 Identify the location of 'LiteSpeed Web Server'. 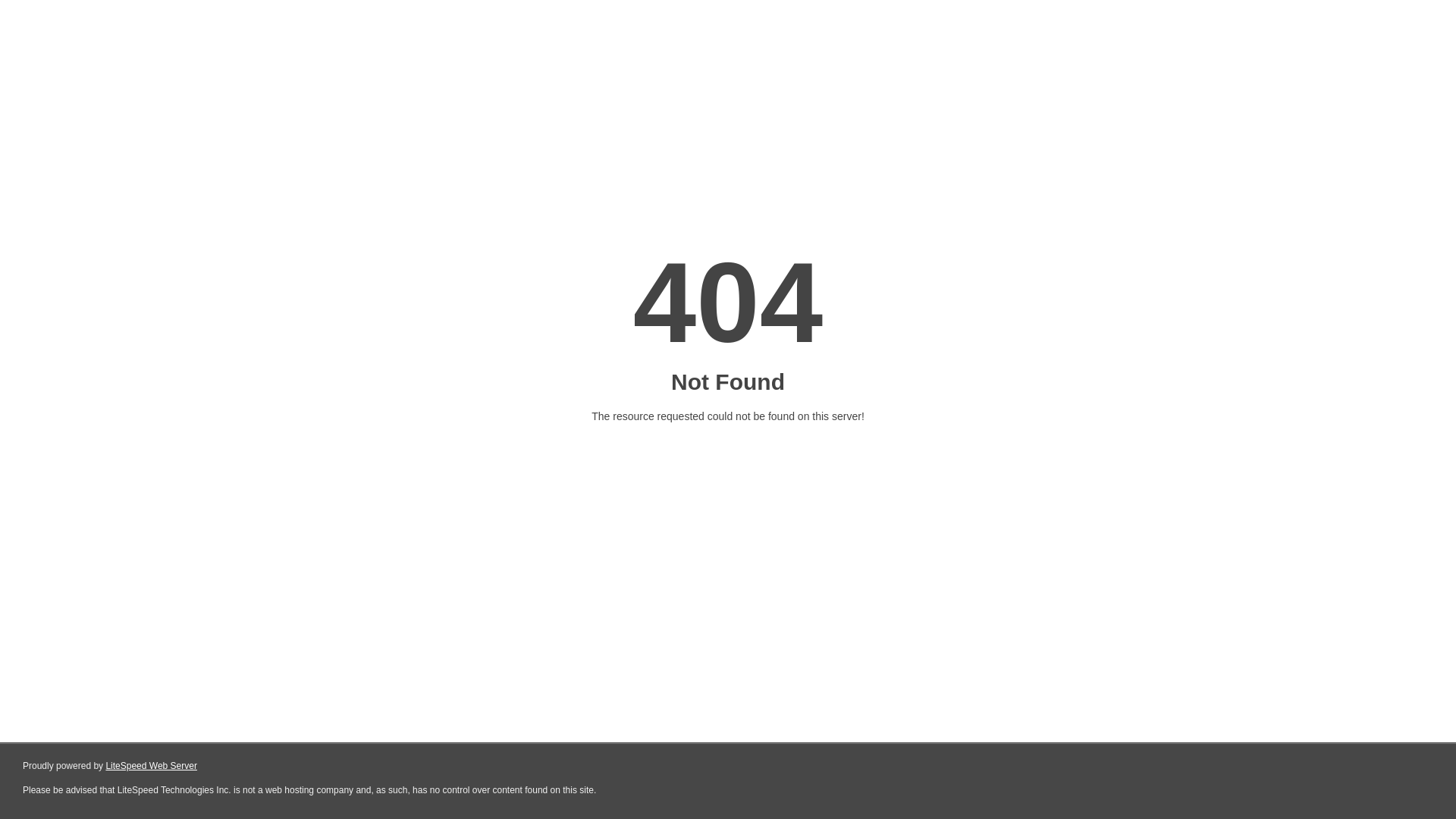
(151, 766).